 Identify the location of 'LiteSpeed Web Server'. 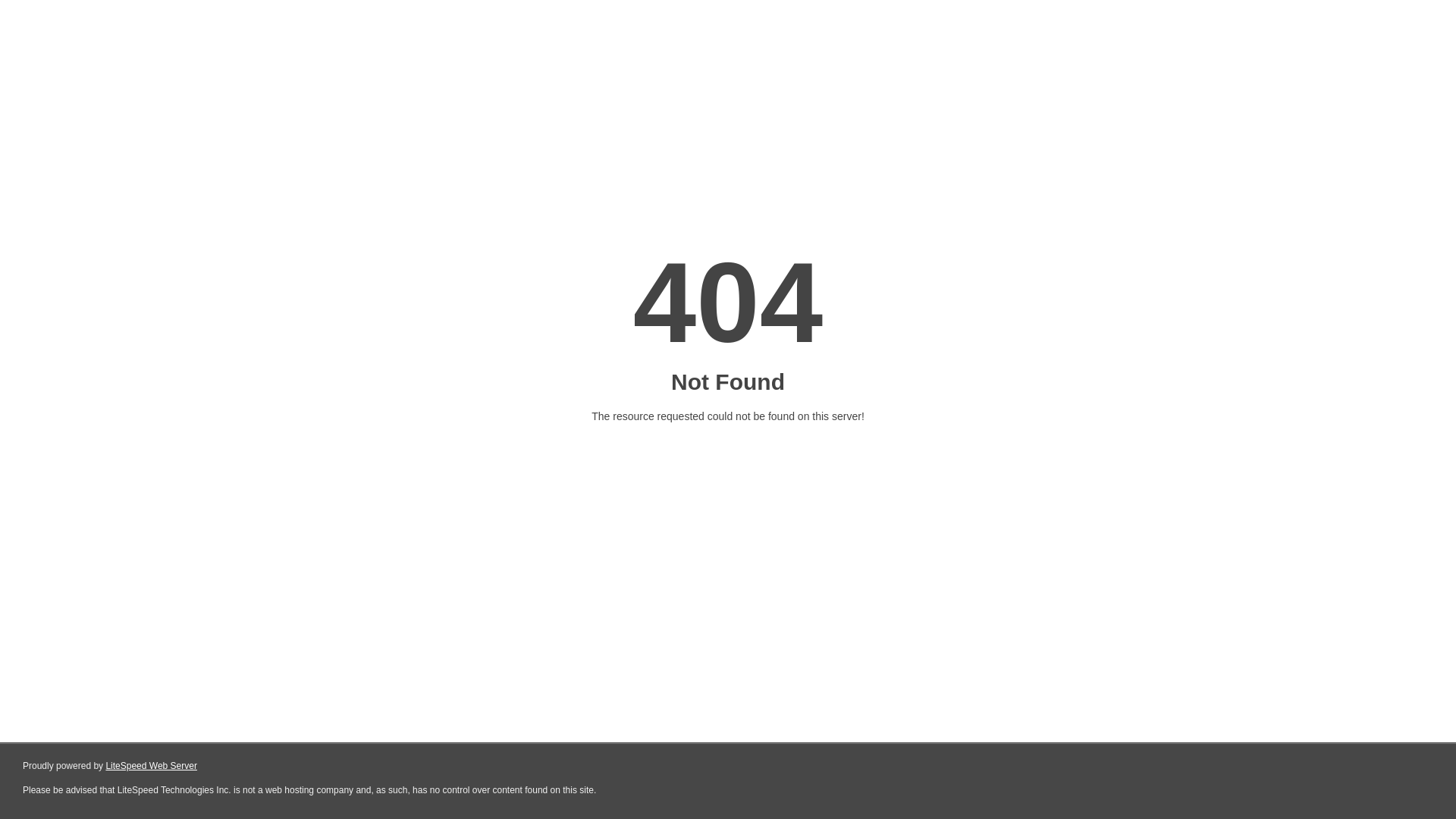
(151, 766).